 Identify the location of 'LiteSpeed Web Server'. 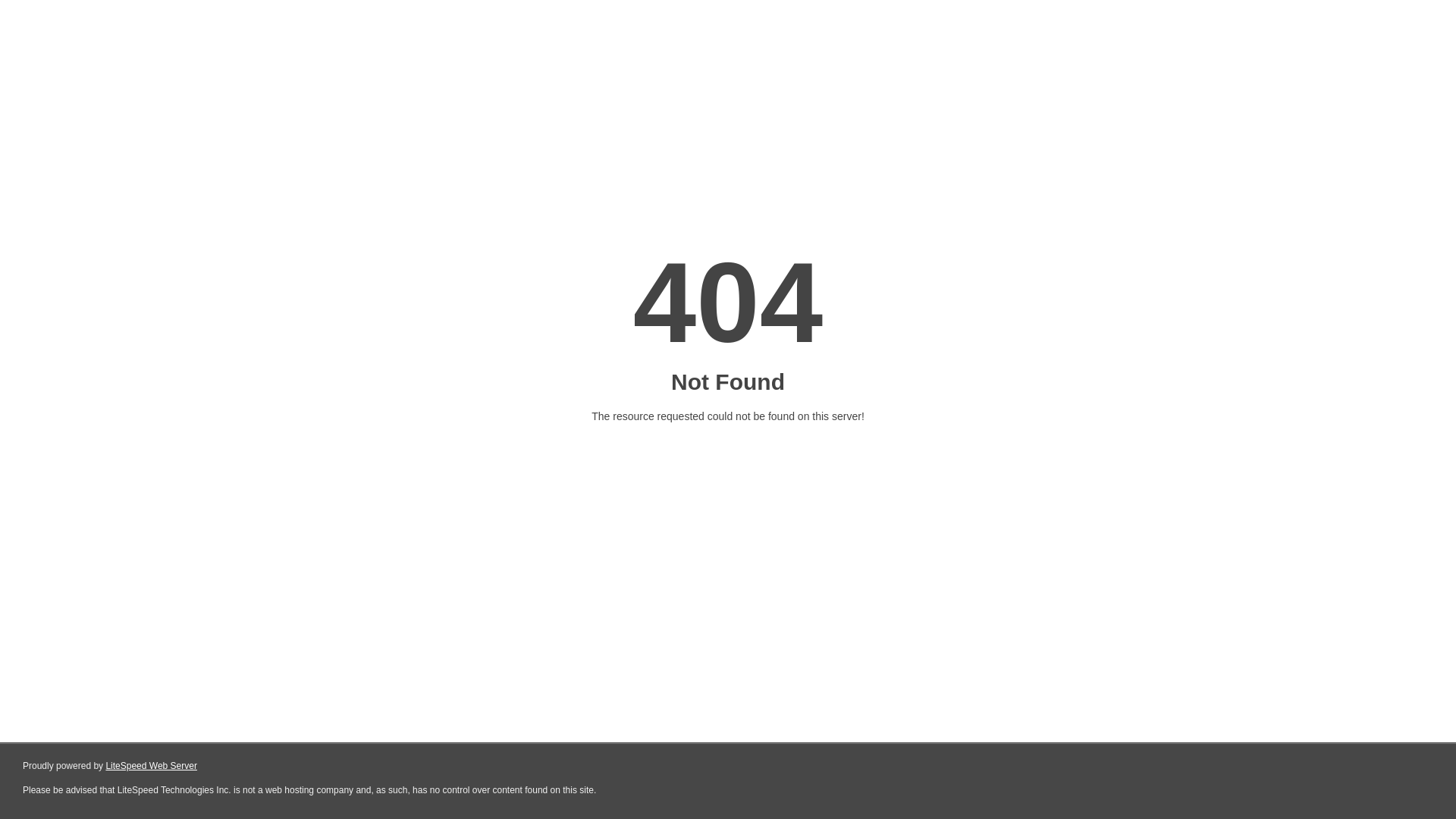
(151, 766).